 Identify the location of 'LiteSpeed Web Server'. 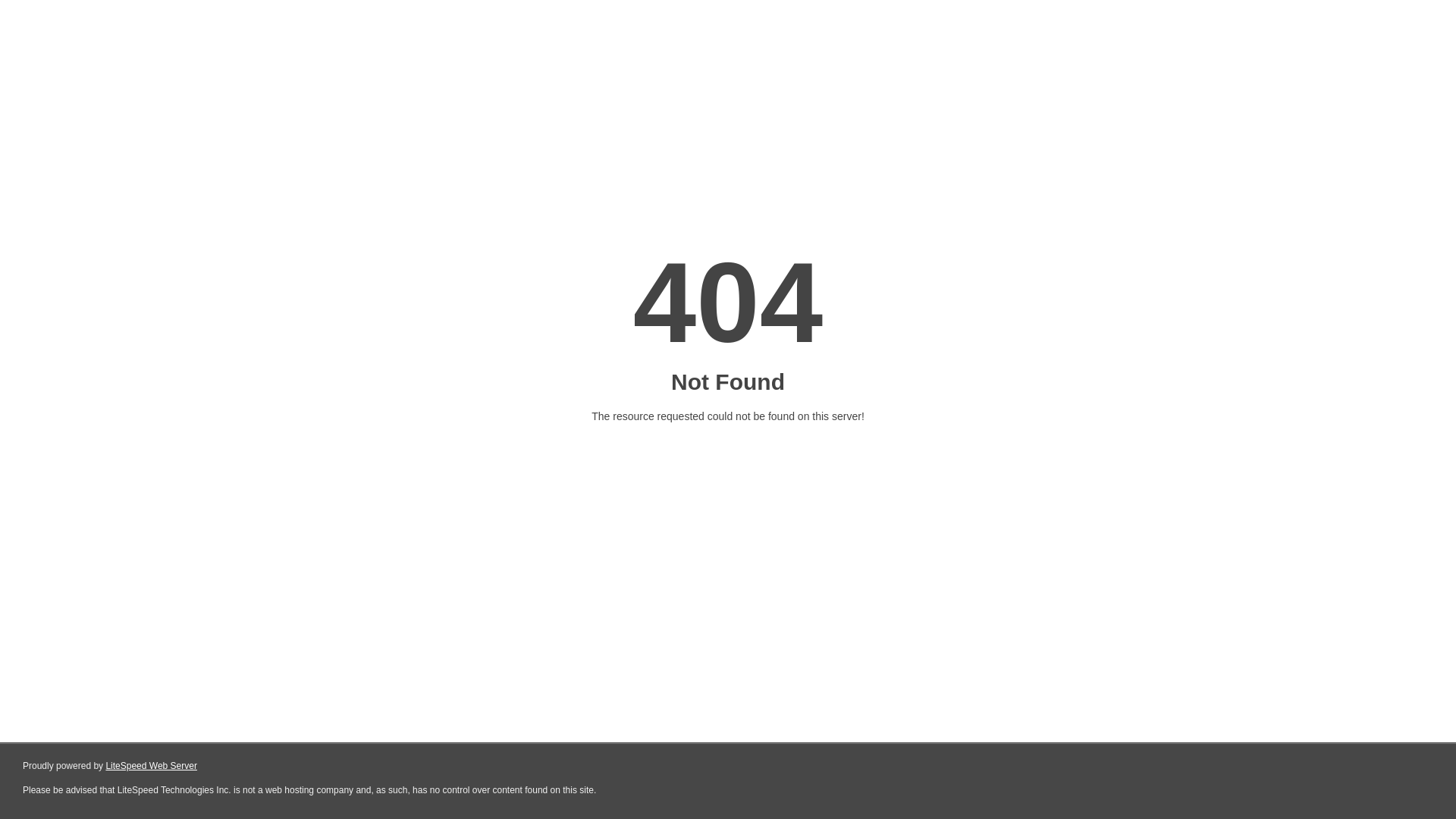
(151, 766).